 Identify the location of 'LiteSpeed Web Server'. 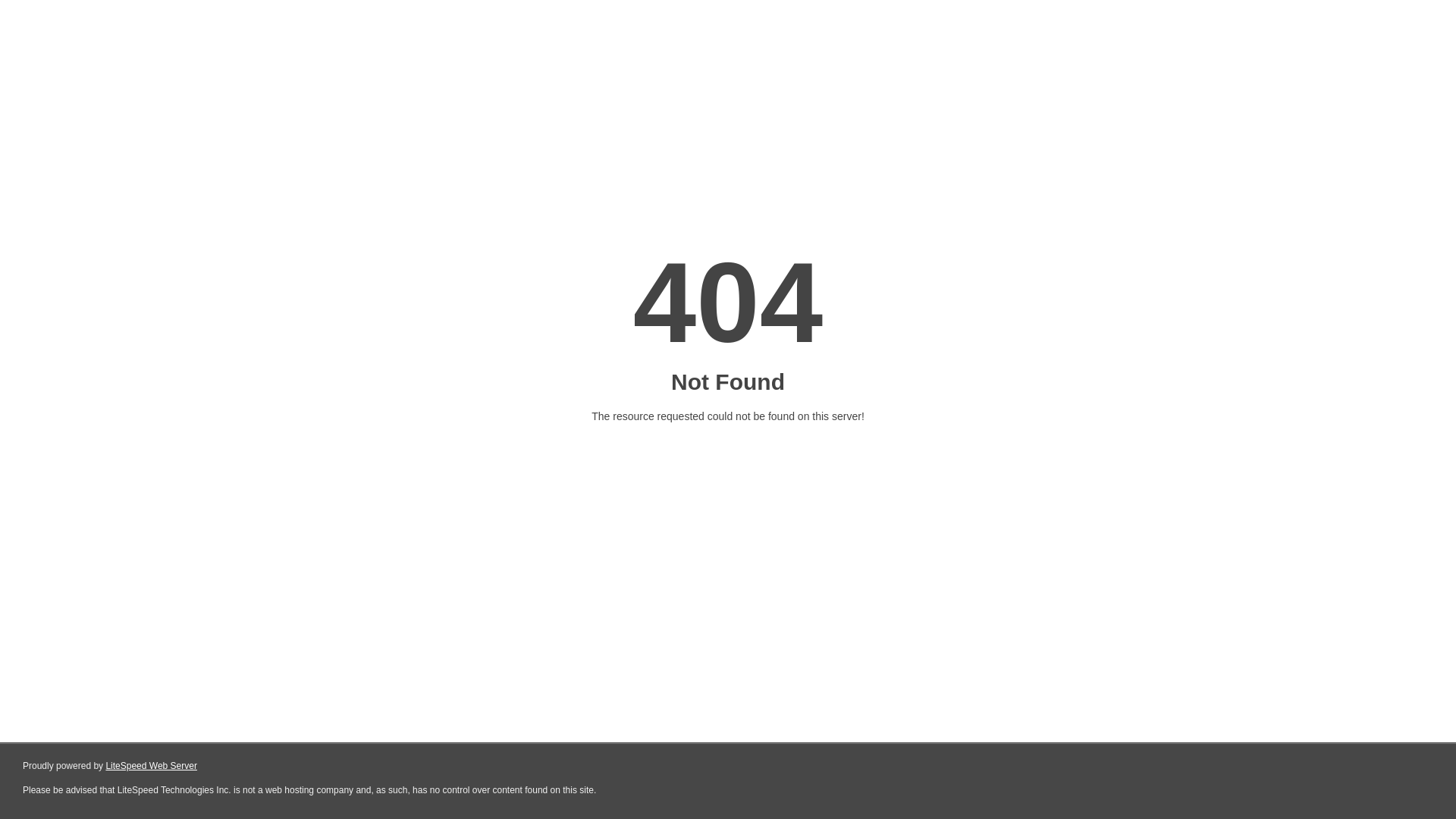
(151, 766).